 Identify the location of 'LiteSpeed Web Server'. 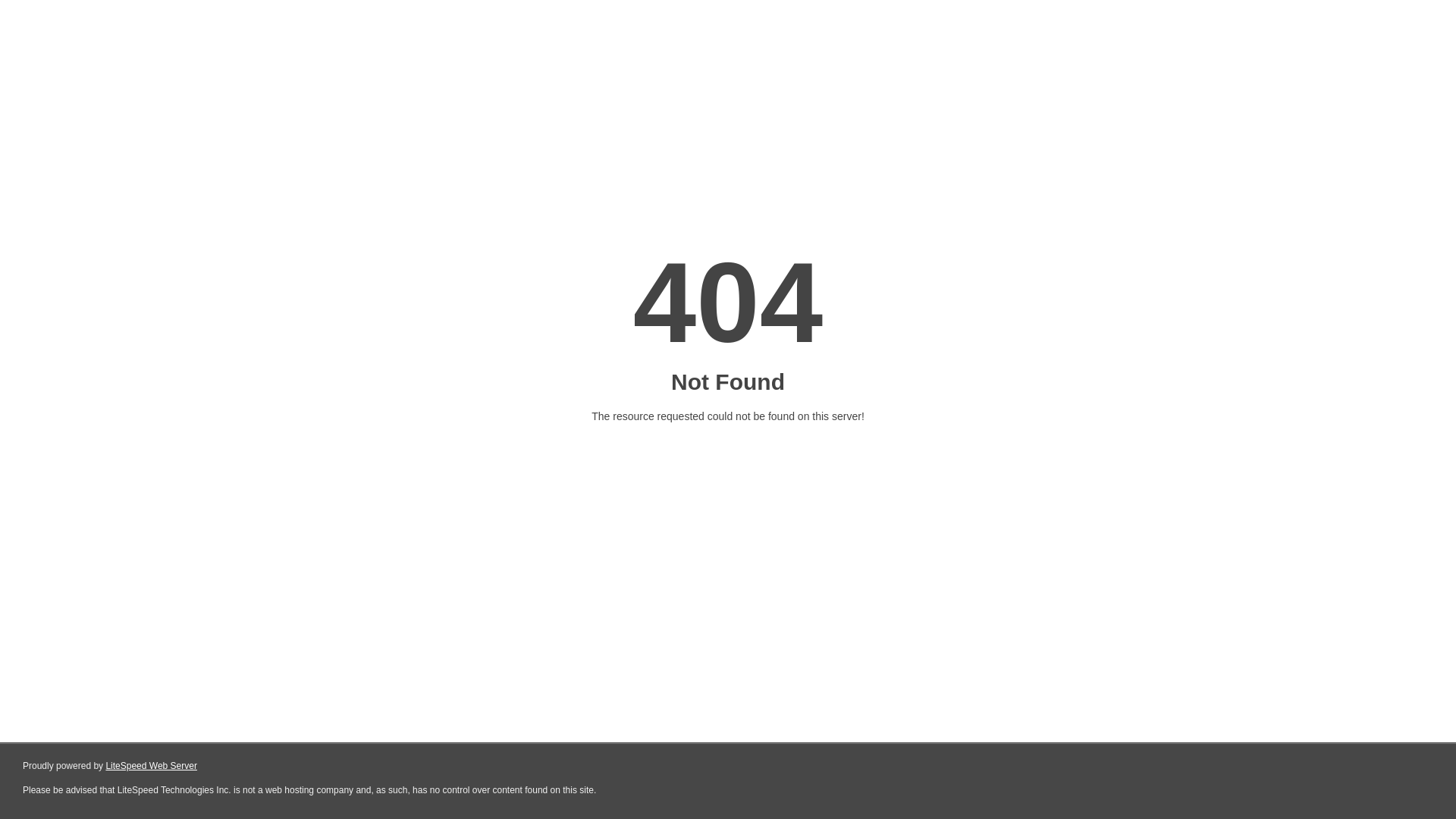
(151, 766).